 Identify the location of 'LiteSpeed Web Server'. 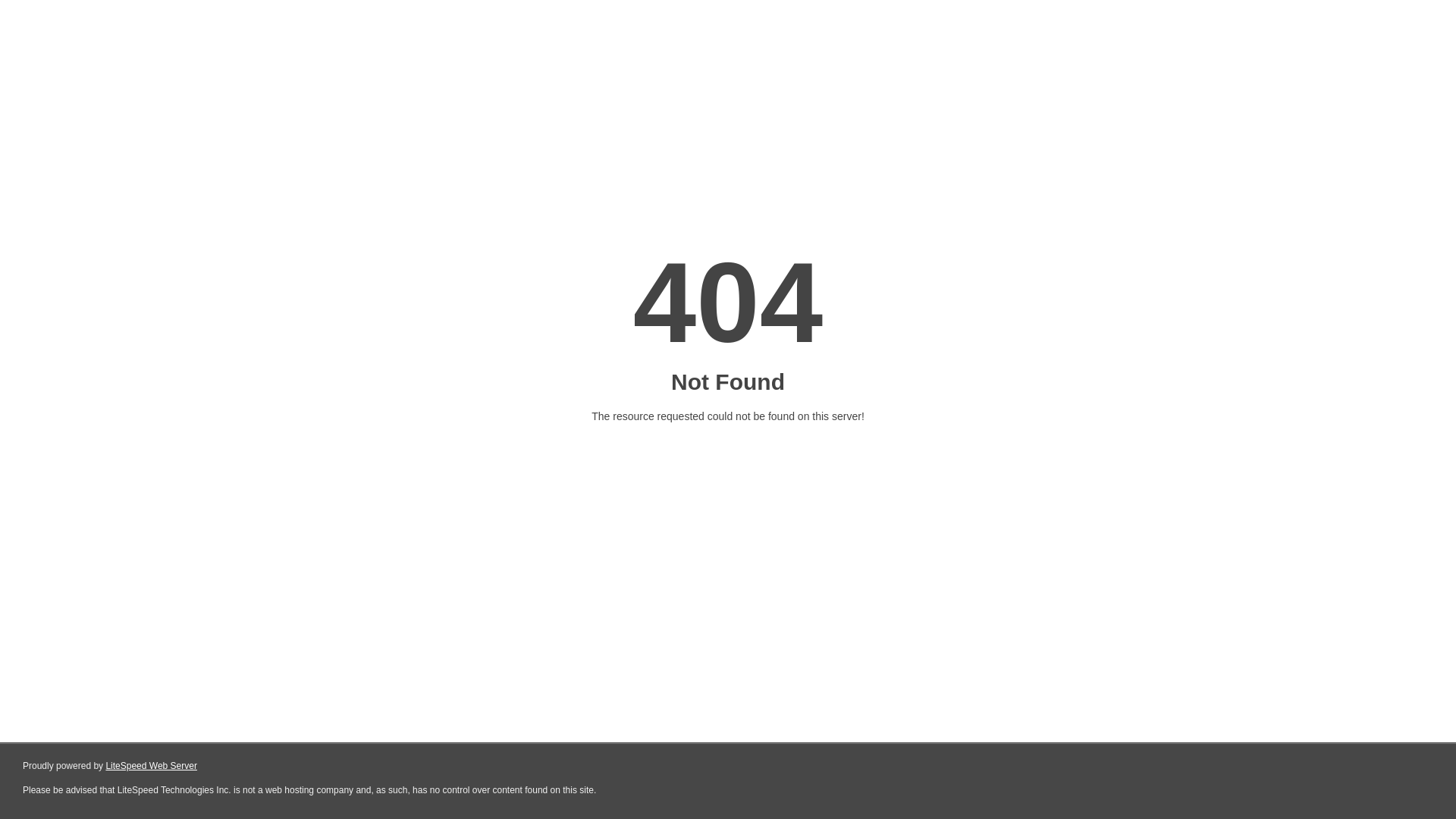
(151, 766).